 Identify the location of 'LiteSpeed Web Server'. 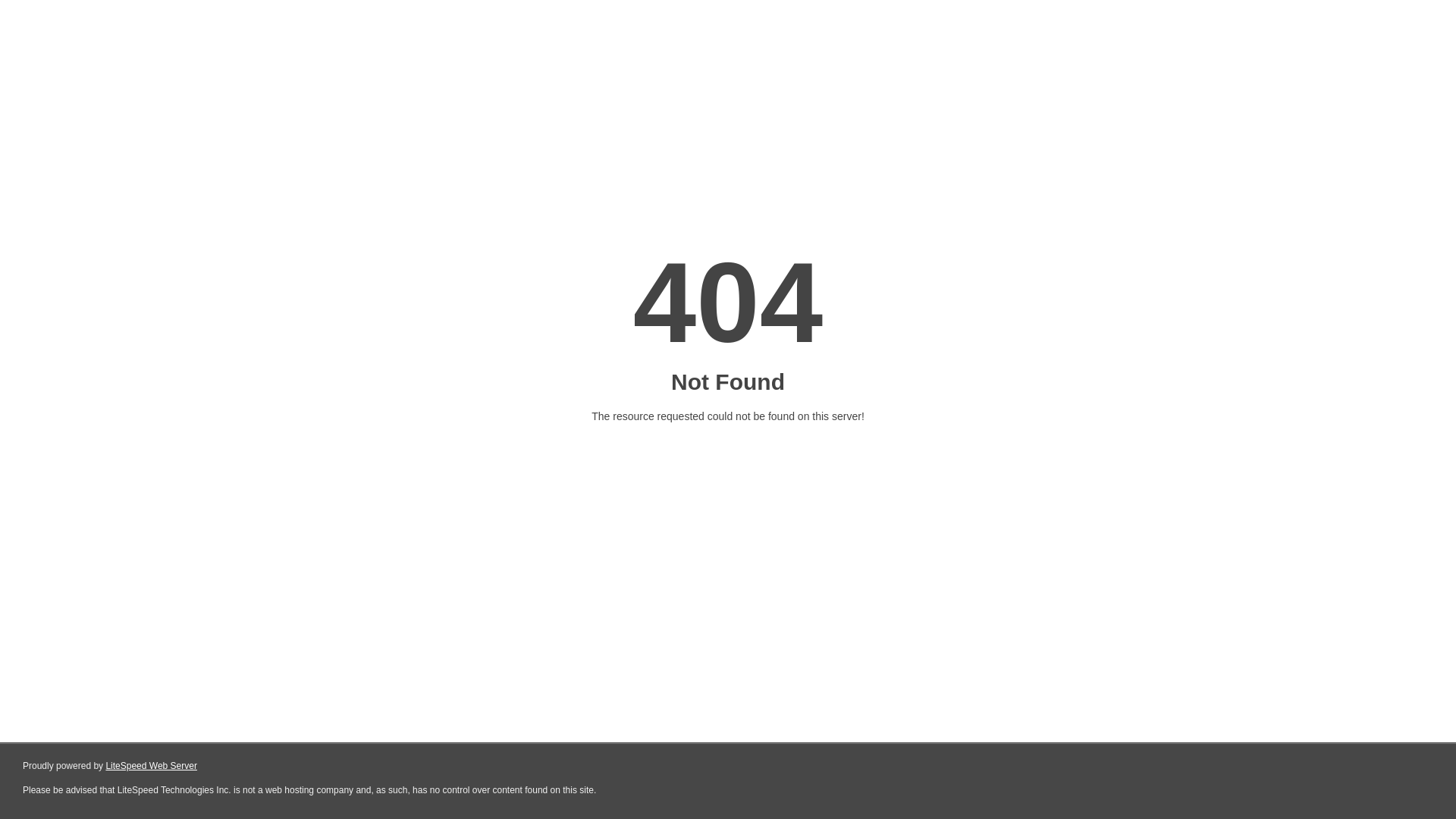
(151, 766).